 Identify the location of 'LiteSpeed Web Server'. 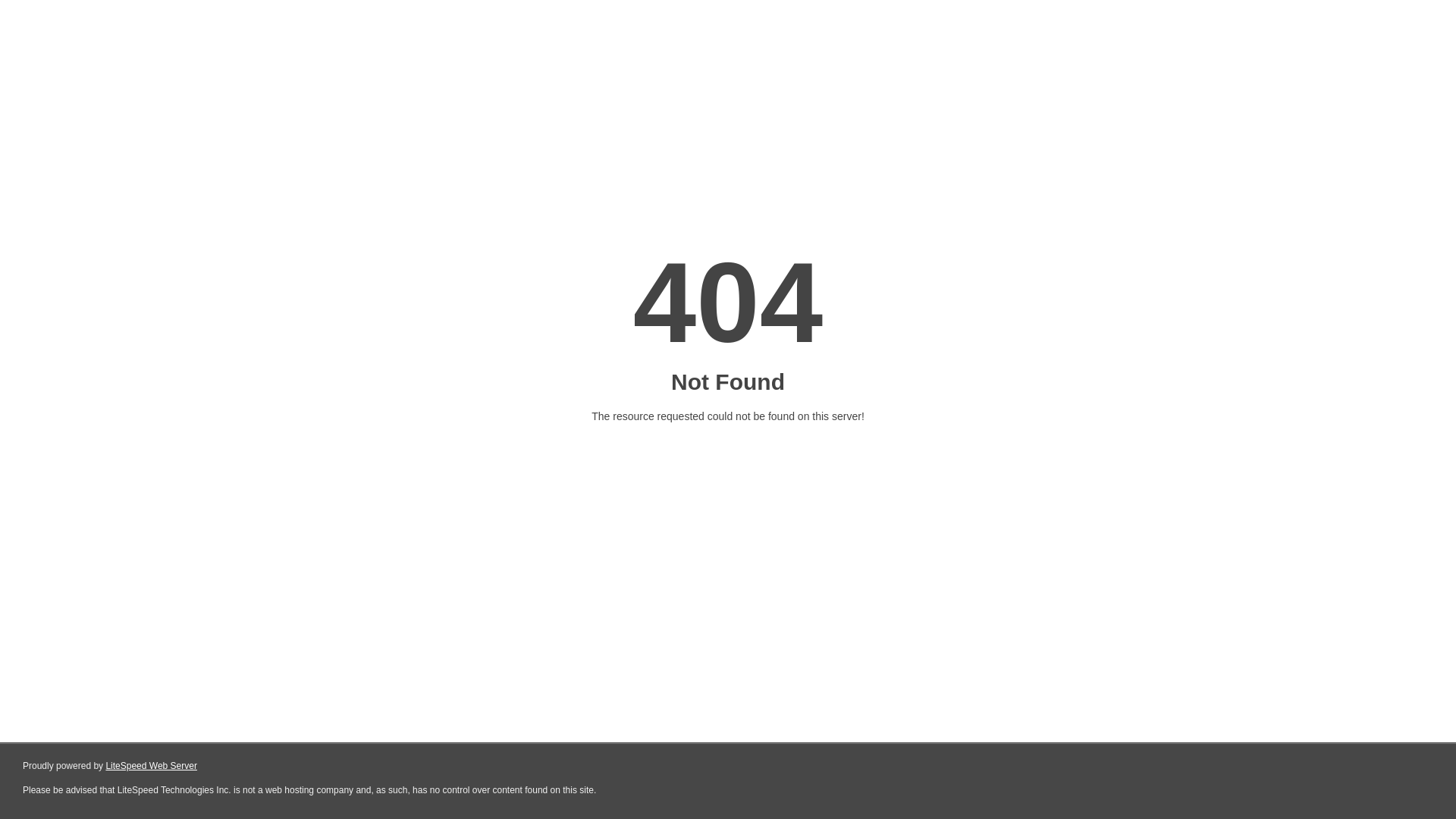
(151, 766).